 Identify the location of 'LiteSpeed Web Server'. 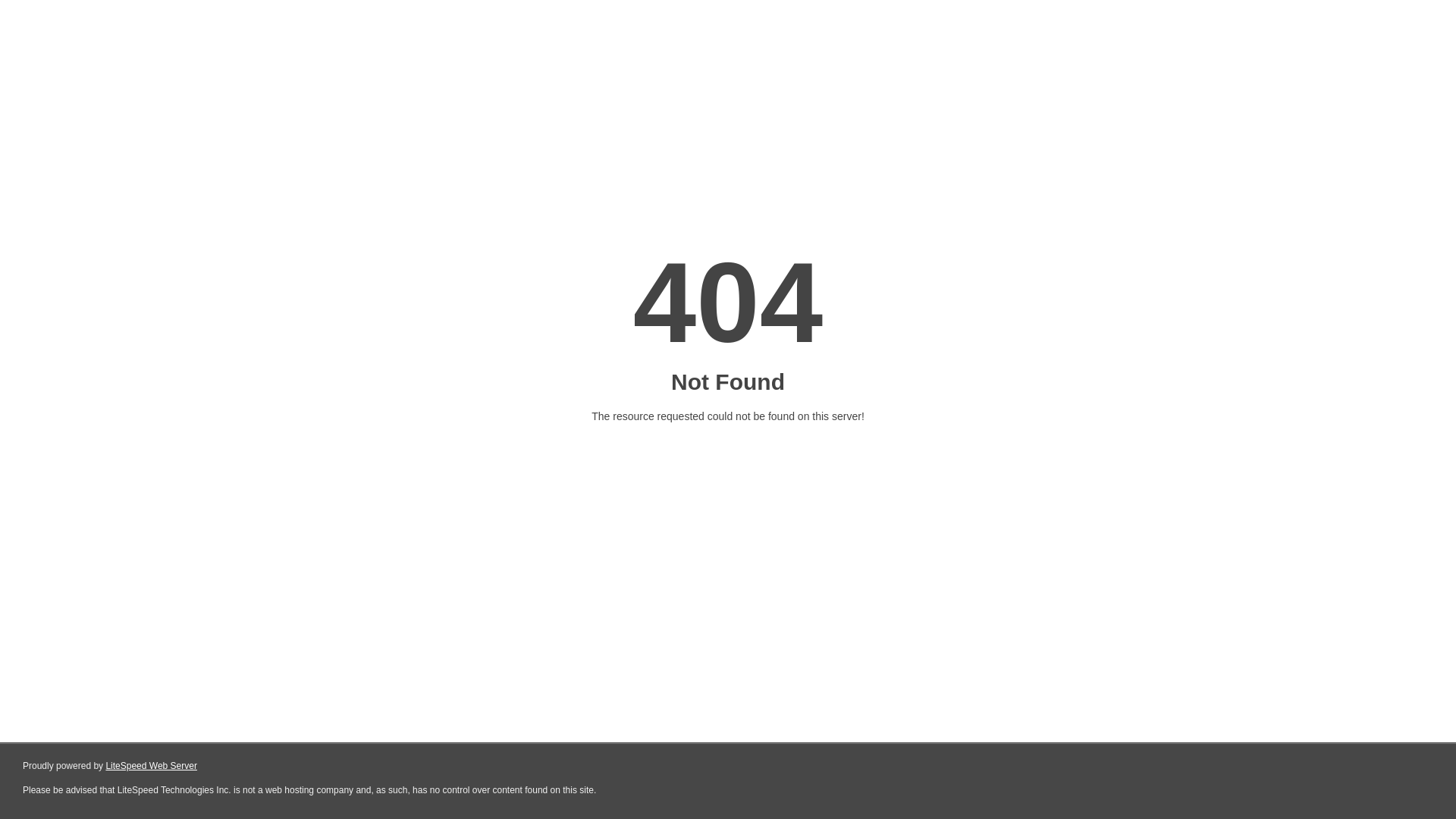
(151, 766).